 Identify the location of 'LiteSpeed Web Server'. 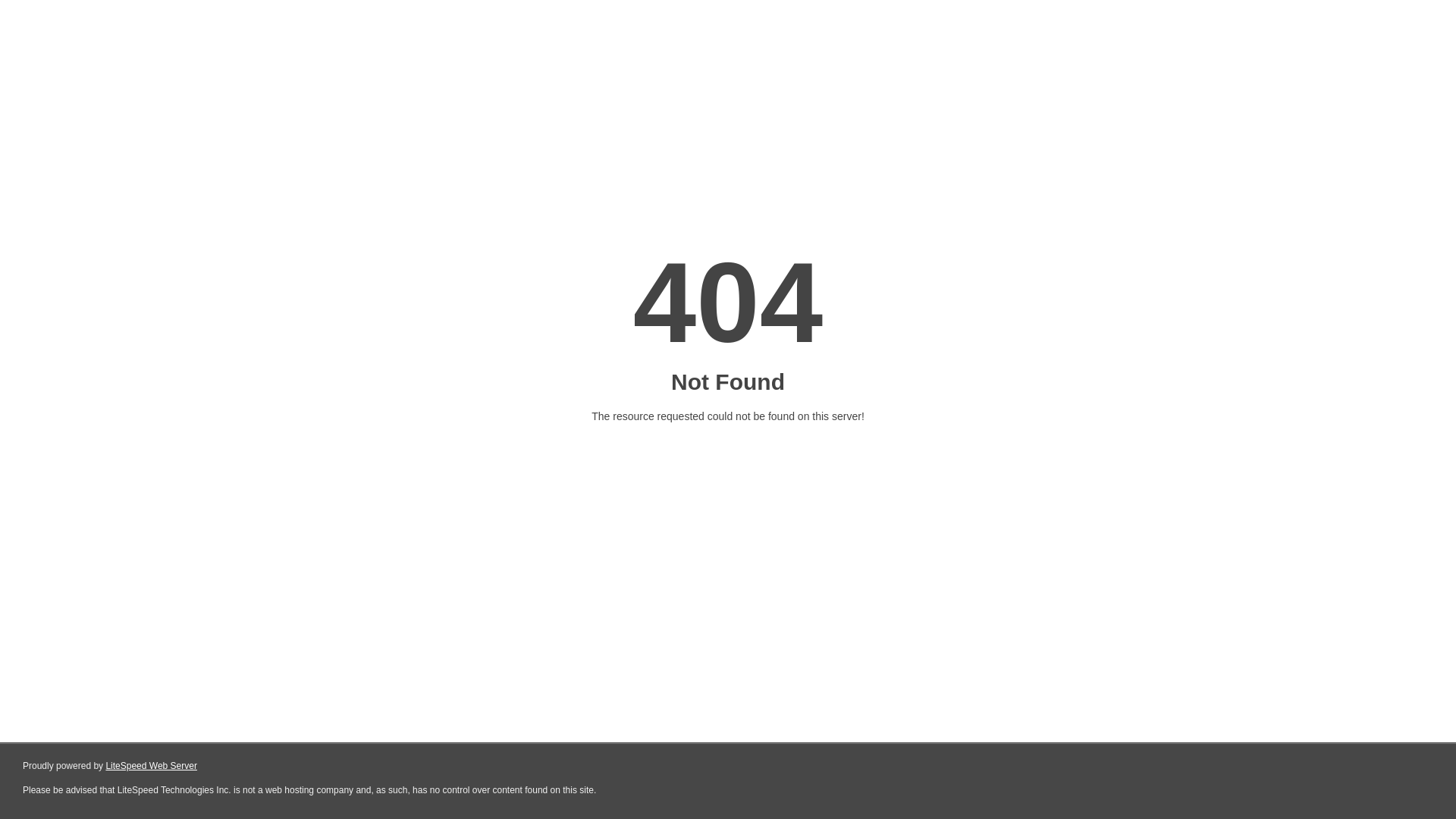
(151, 766).